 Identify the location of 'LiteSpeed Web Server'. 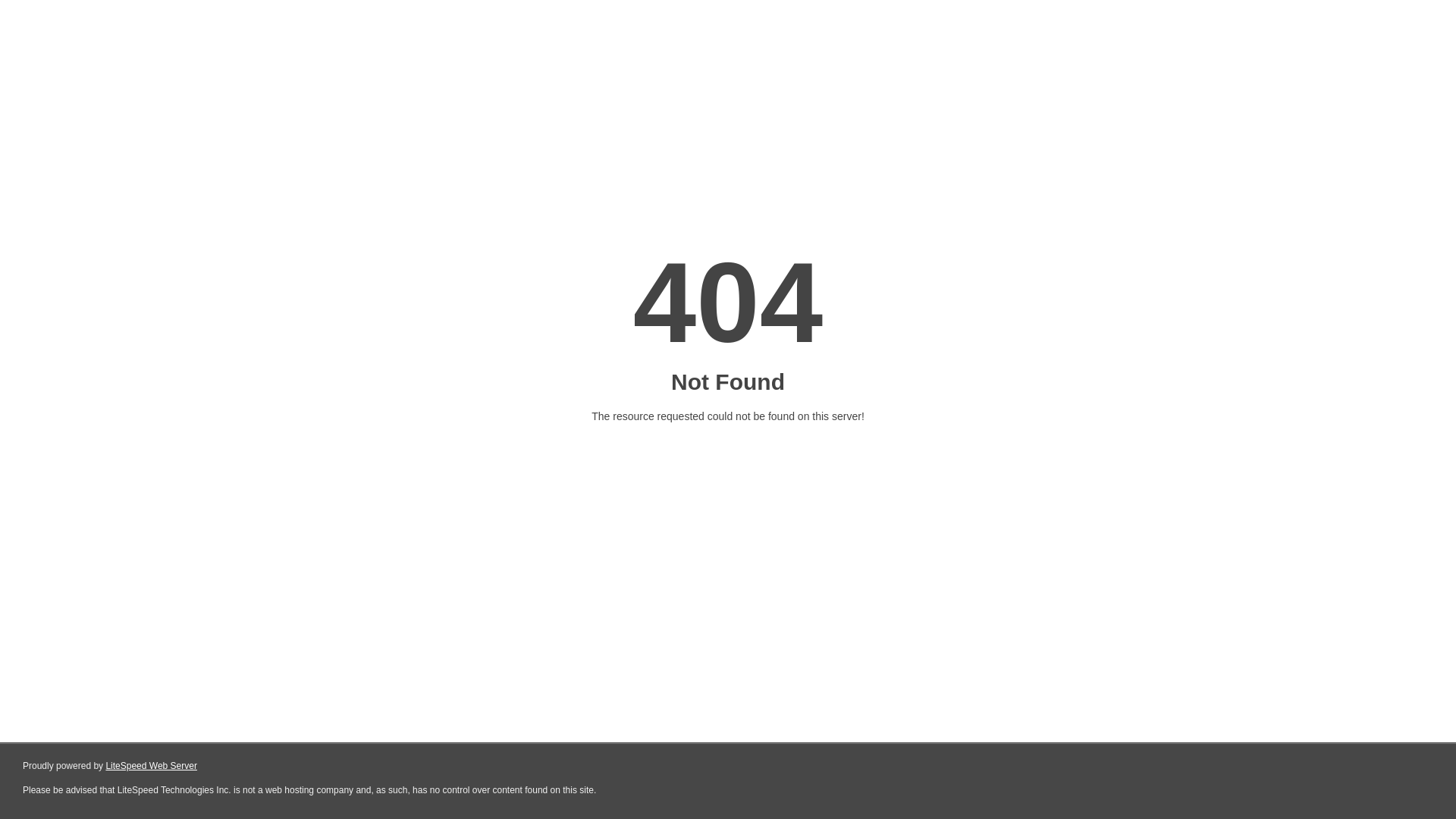
(151, 766).